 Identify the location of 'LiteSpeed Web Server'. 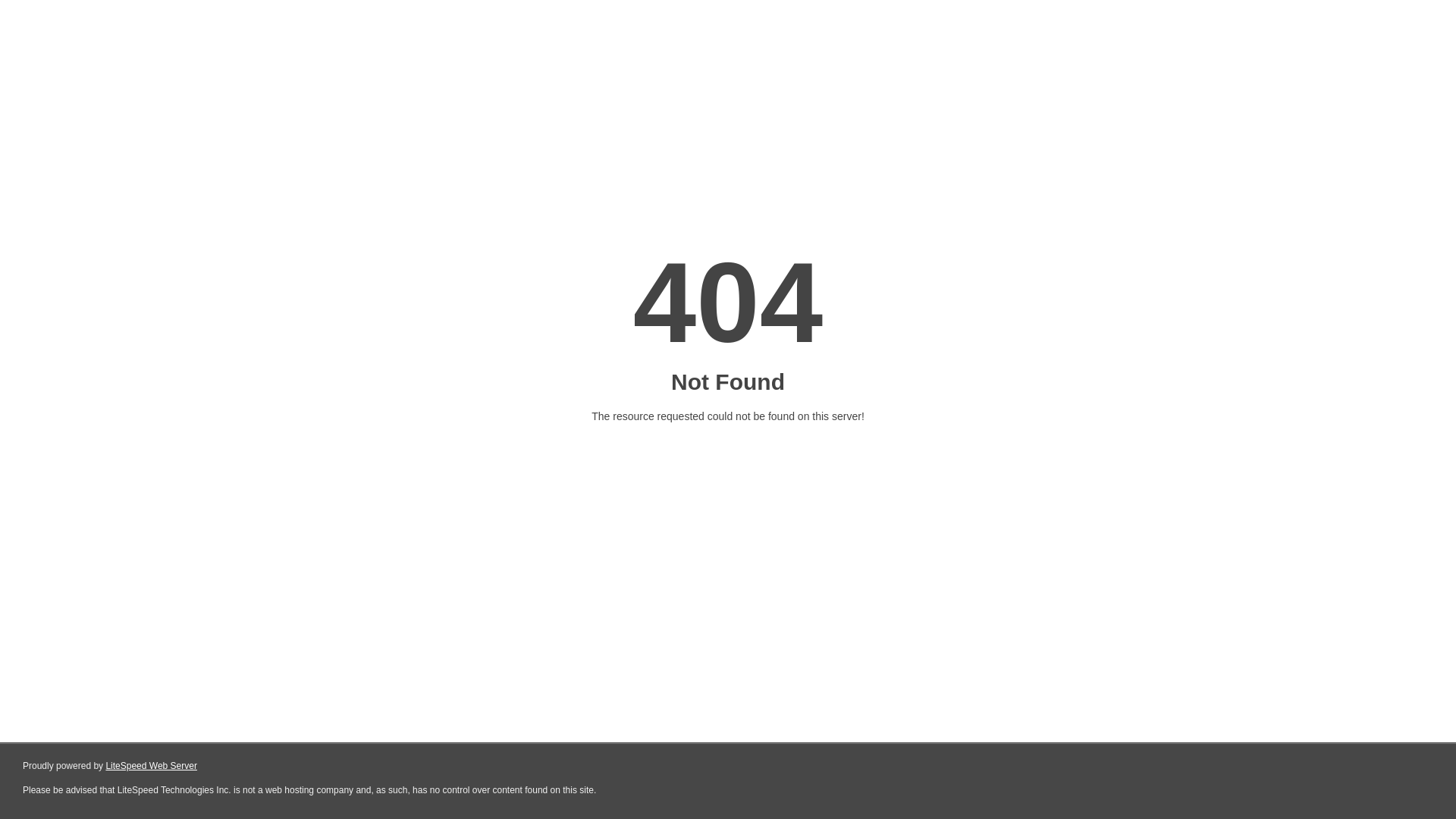
(151, 766).